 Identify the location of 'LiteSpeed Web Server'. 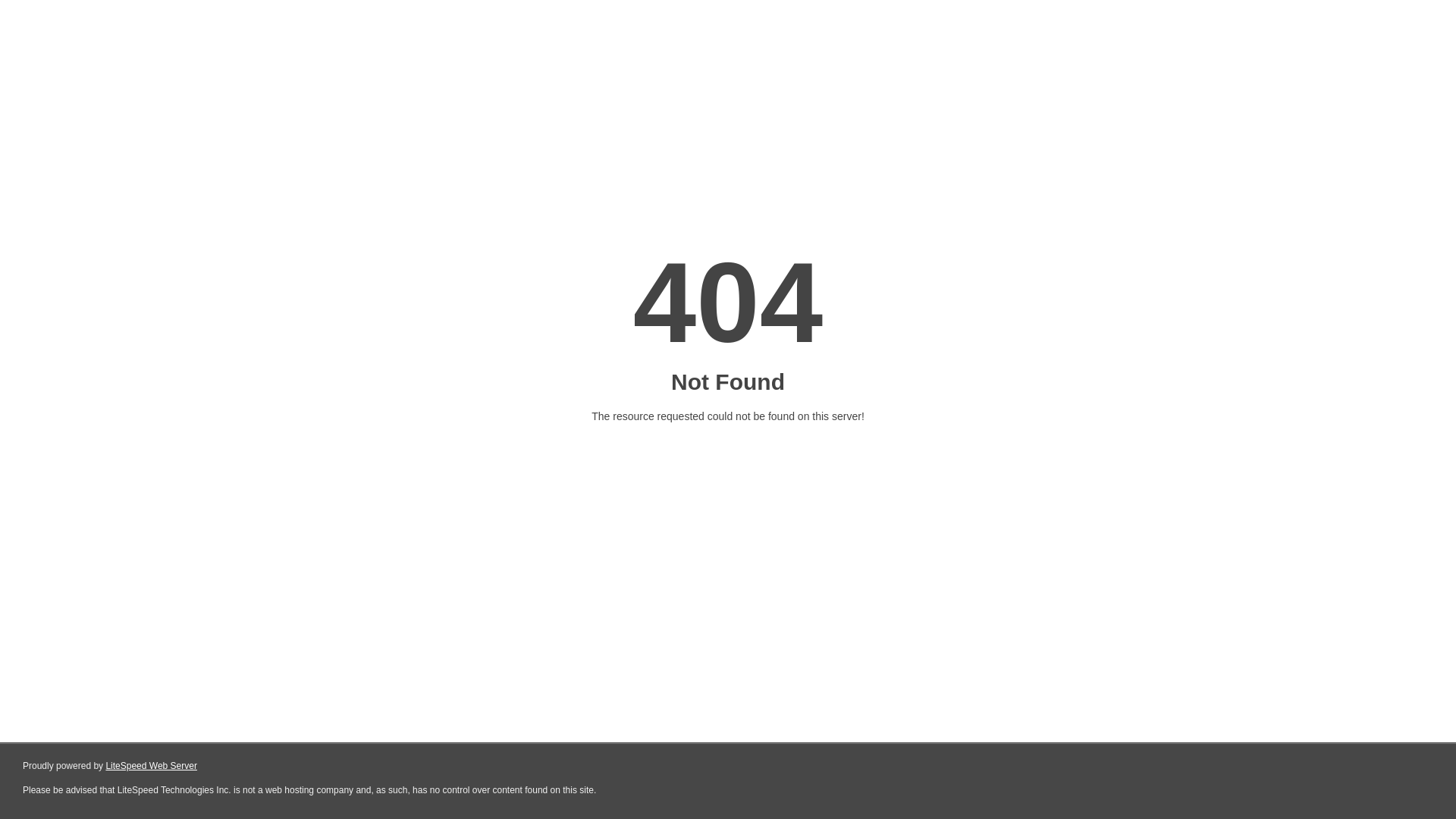
(151, 766).